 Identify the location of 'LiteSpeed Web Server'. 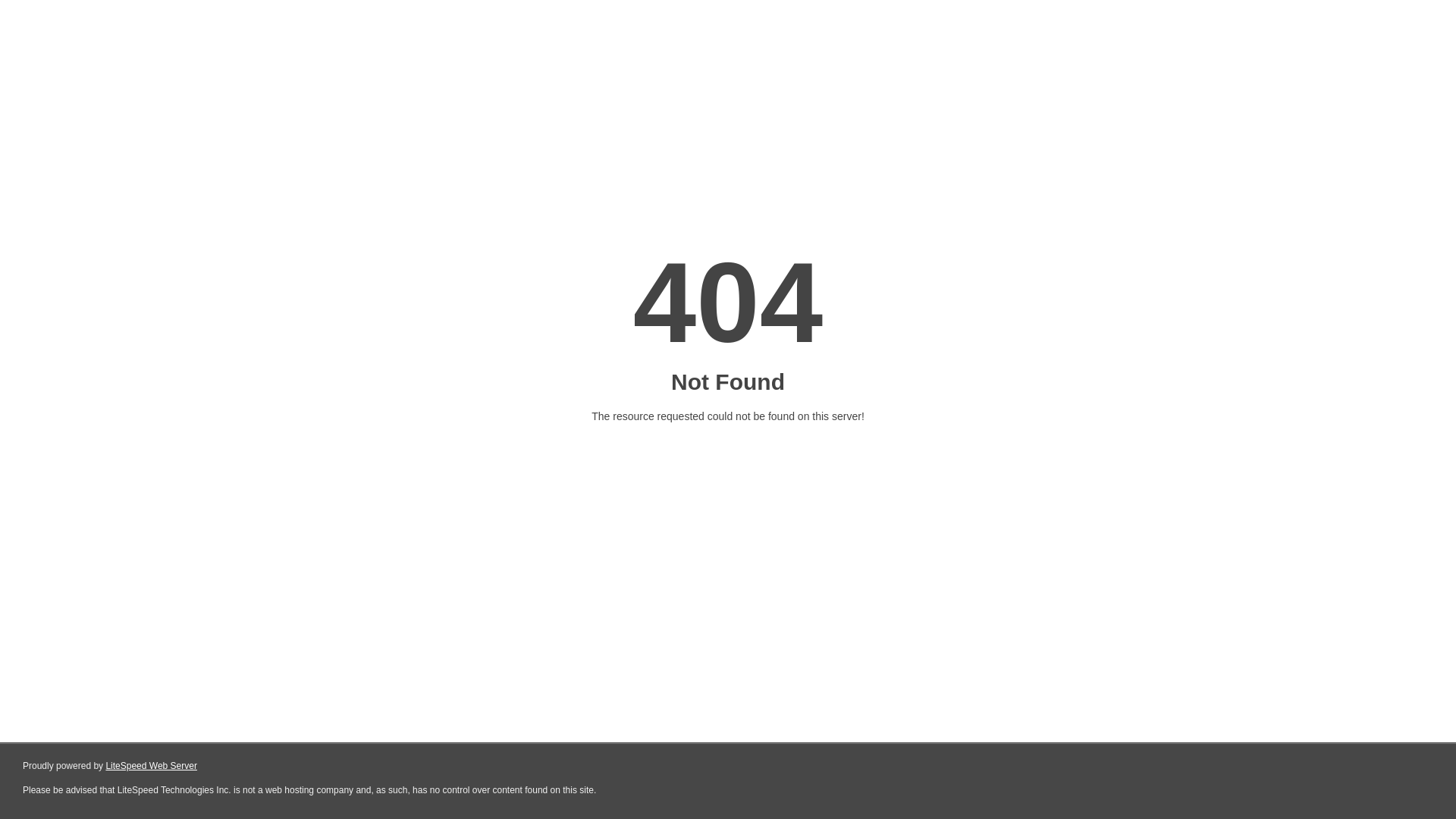
(151, 766).